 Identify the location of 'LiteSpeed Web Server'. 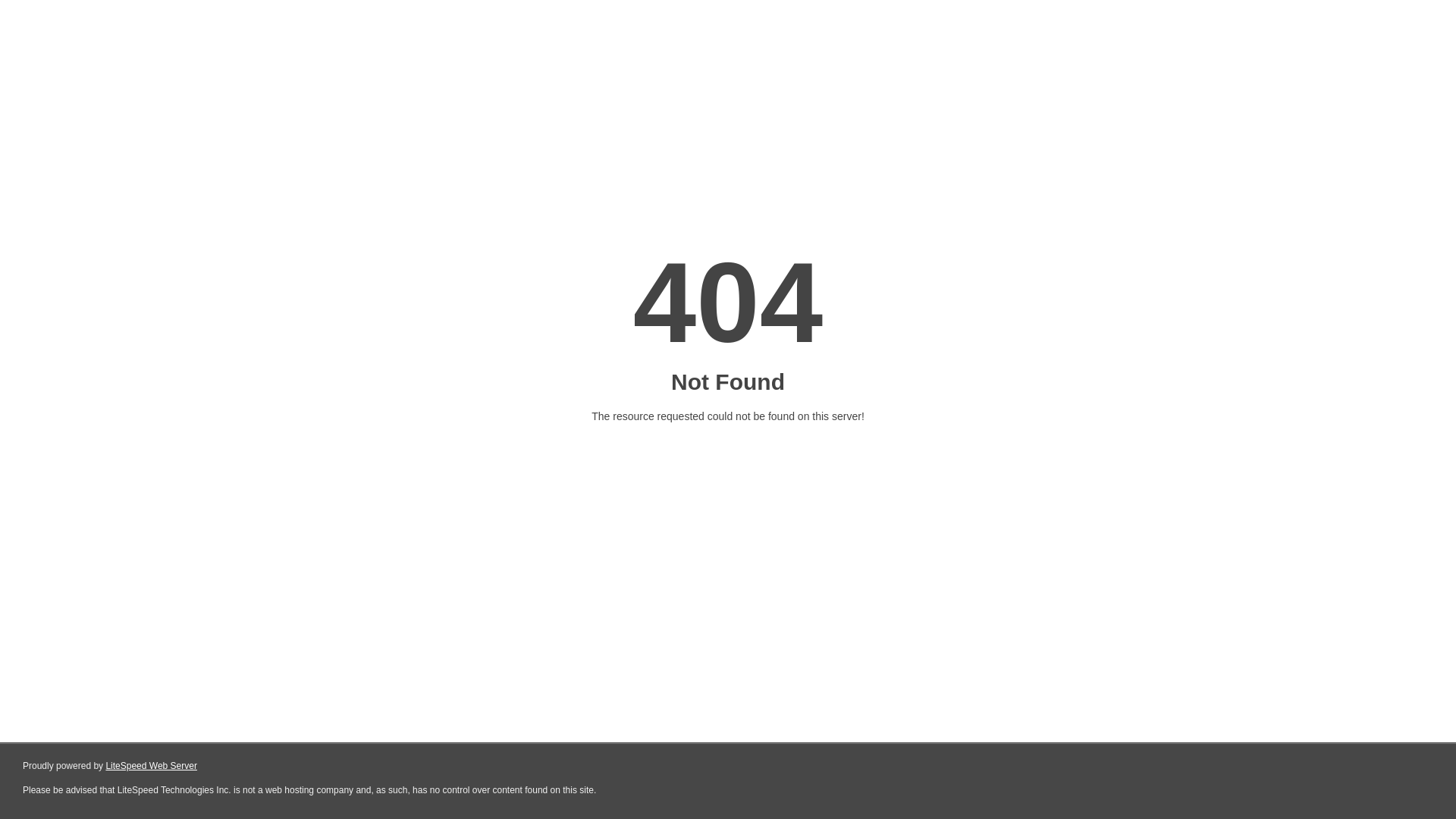
(151, 766).